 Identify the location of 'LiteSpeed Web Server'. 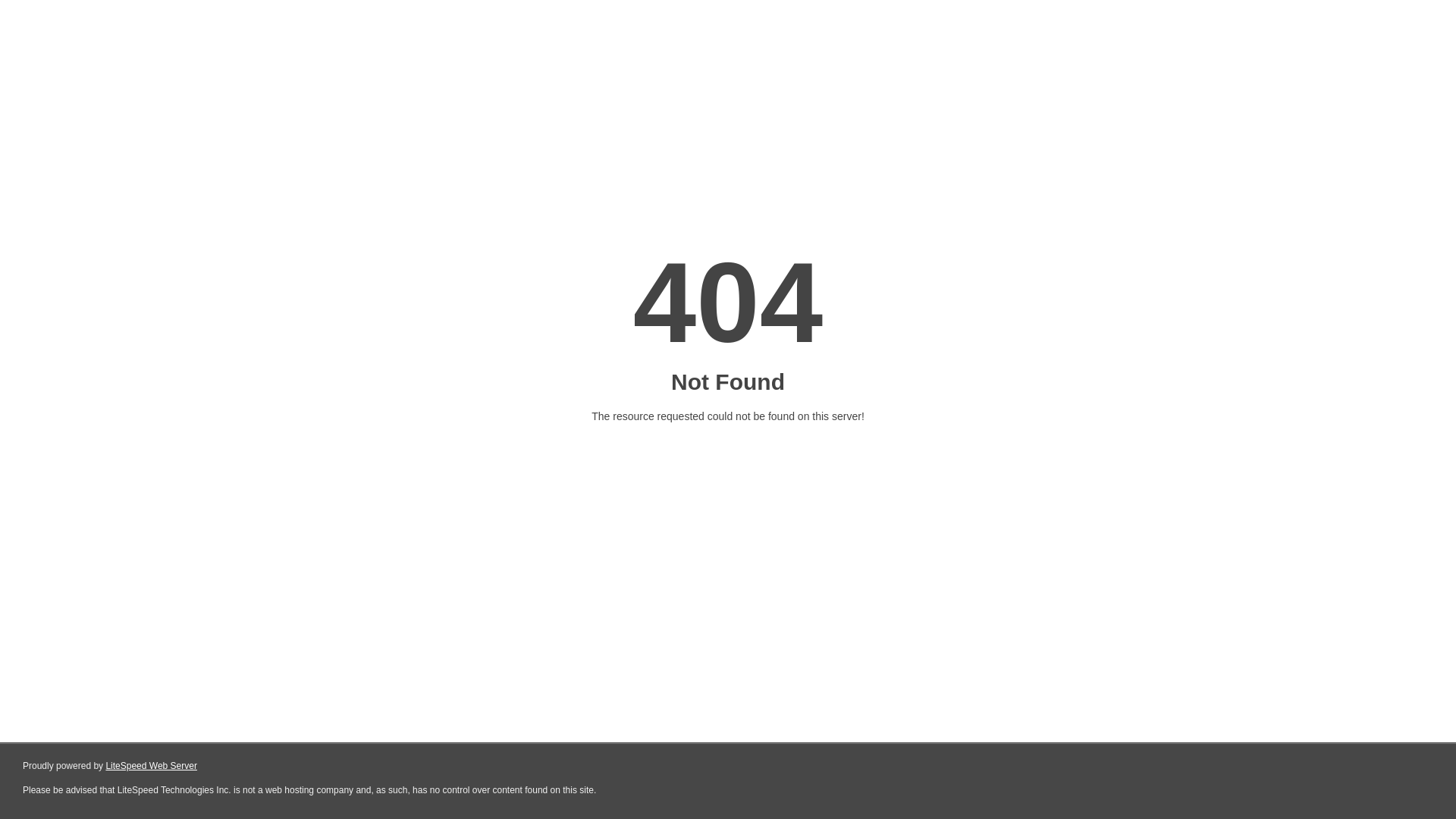
(151, 766).